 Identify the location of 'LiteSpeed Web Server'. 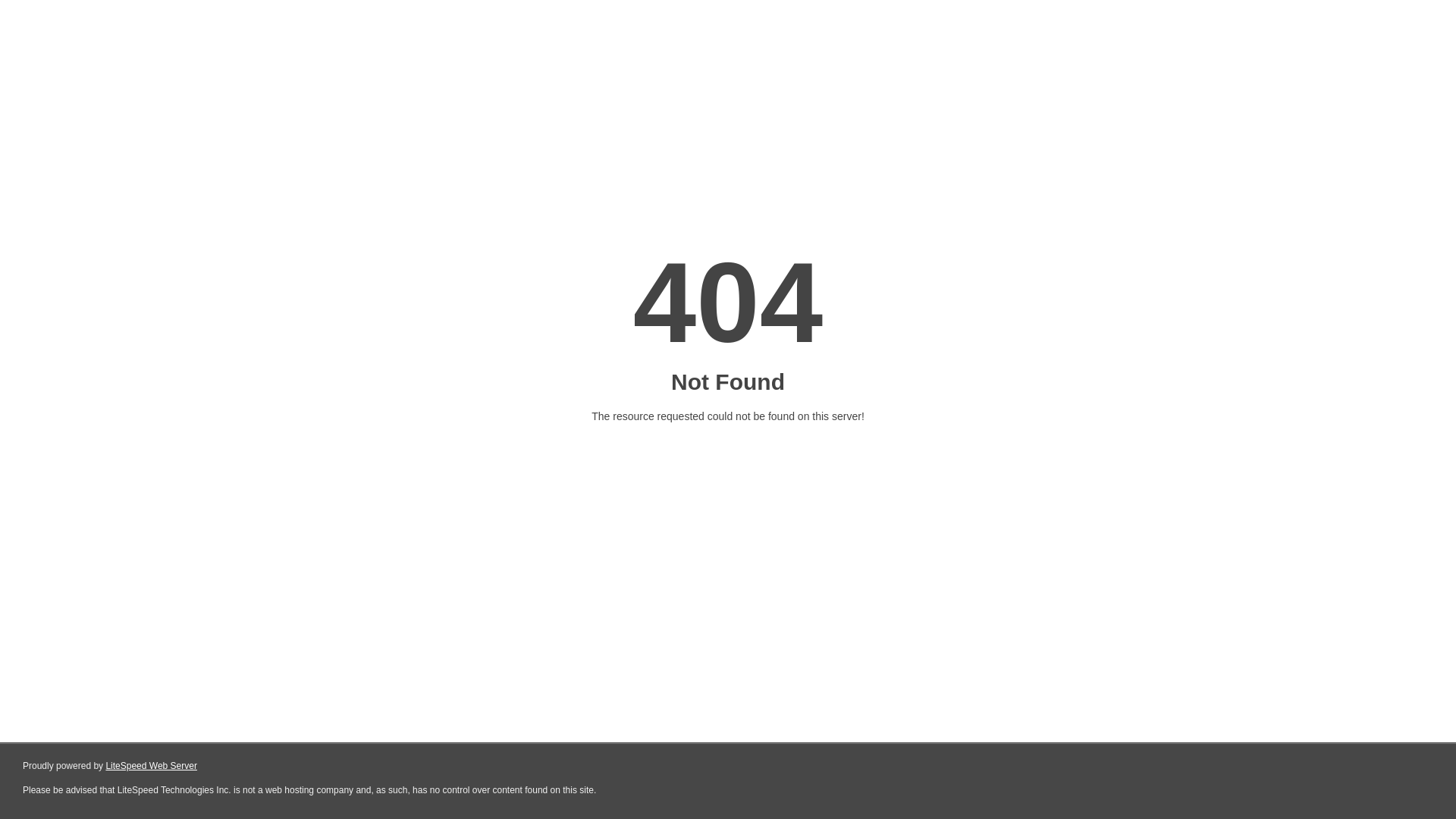
(151, 766).